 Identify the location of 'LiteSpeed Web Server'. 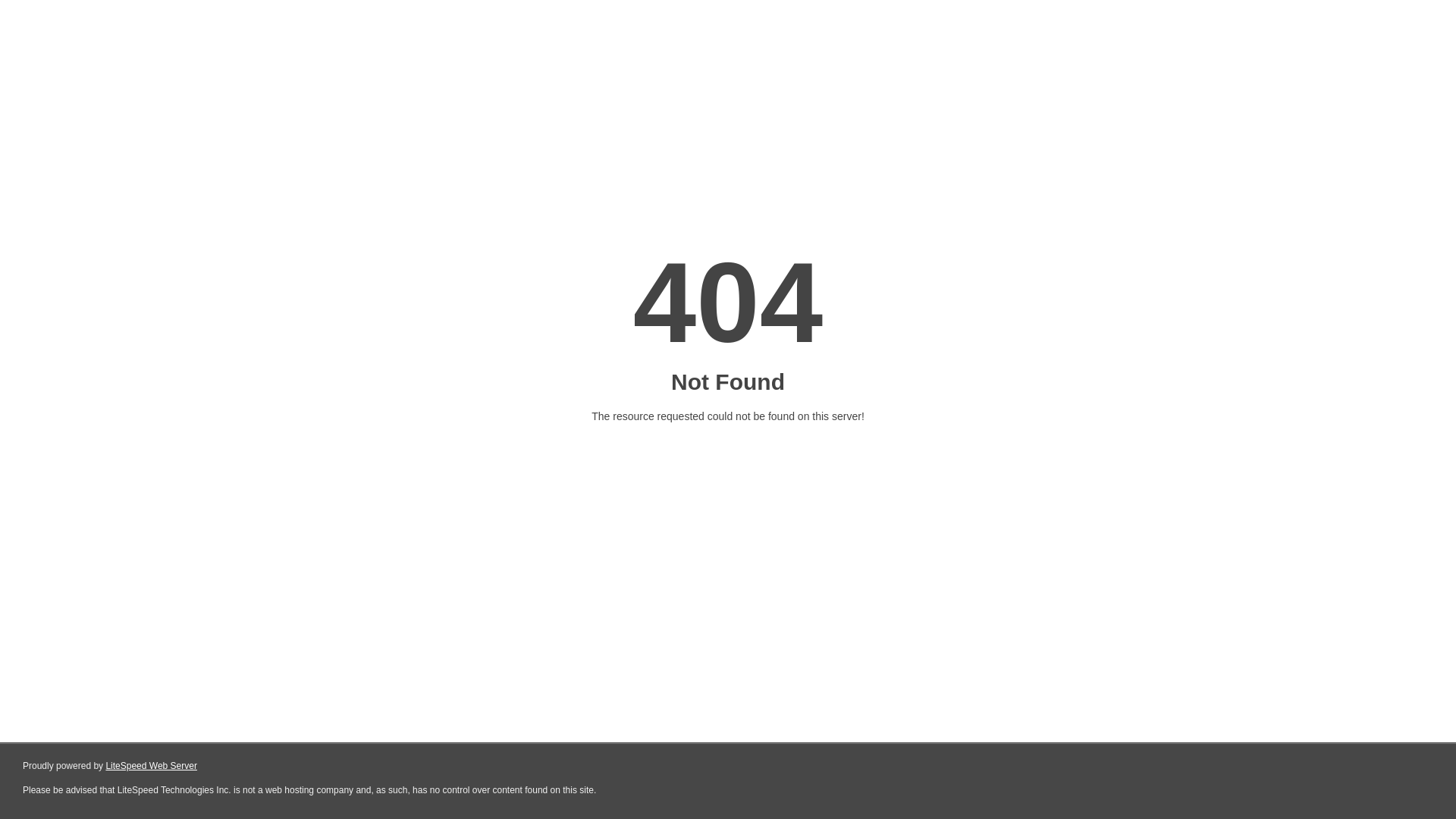
(151, 766).